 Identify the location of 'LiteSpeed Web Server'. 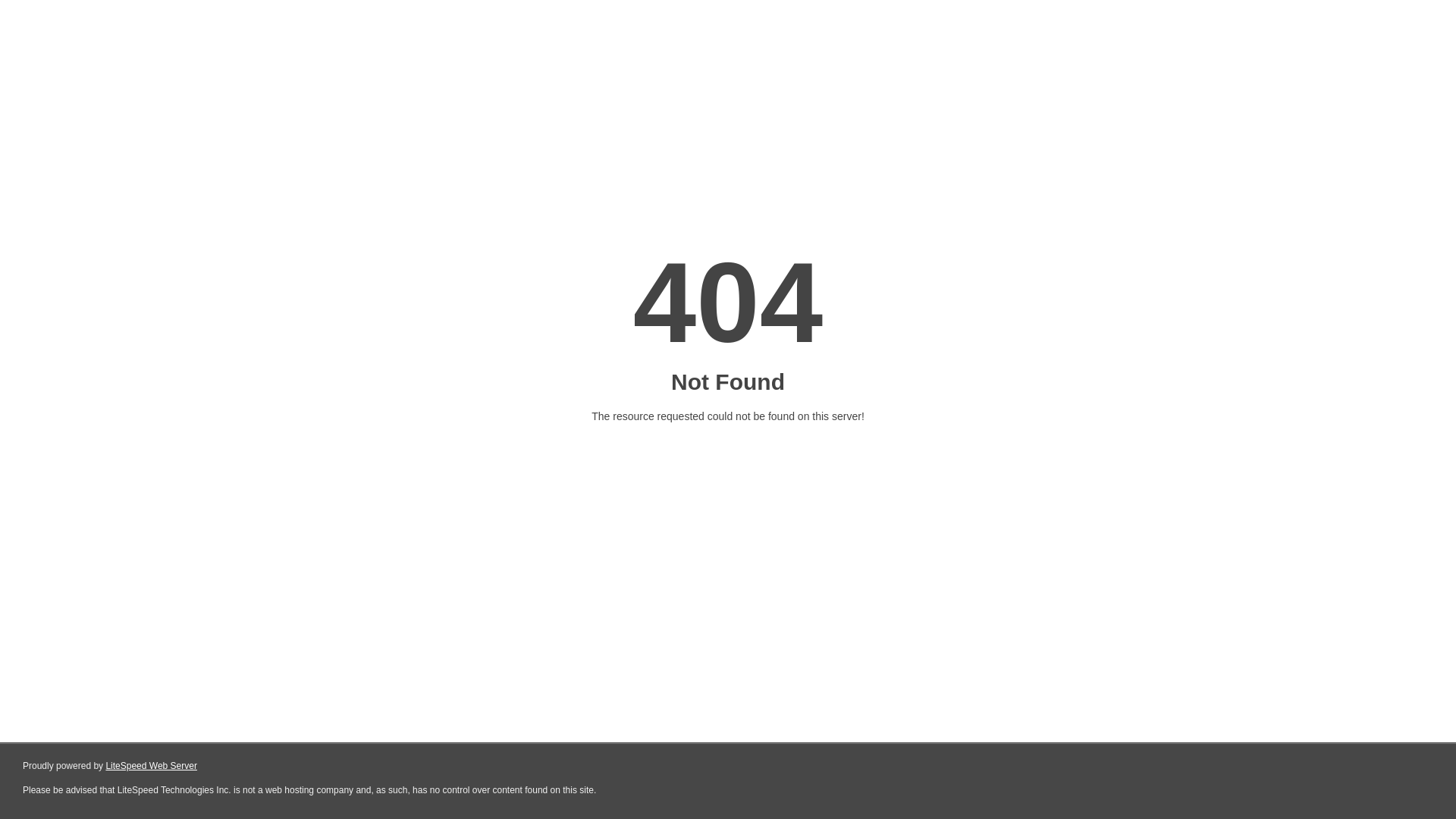
(151, 766).